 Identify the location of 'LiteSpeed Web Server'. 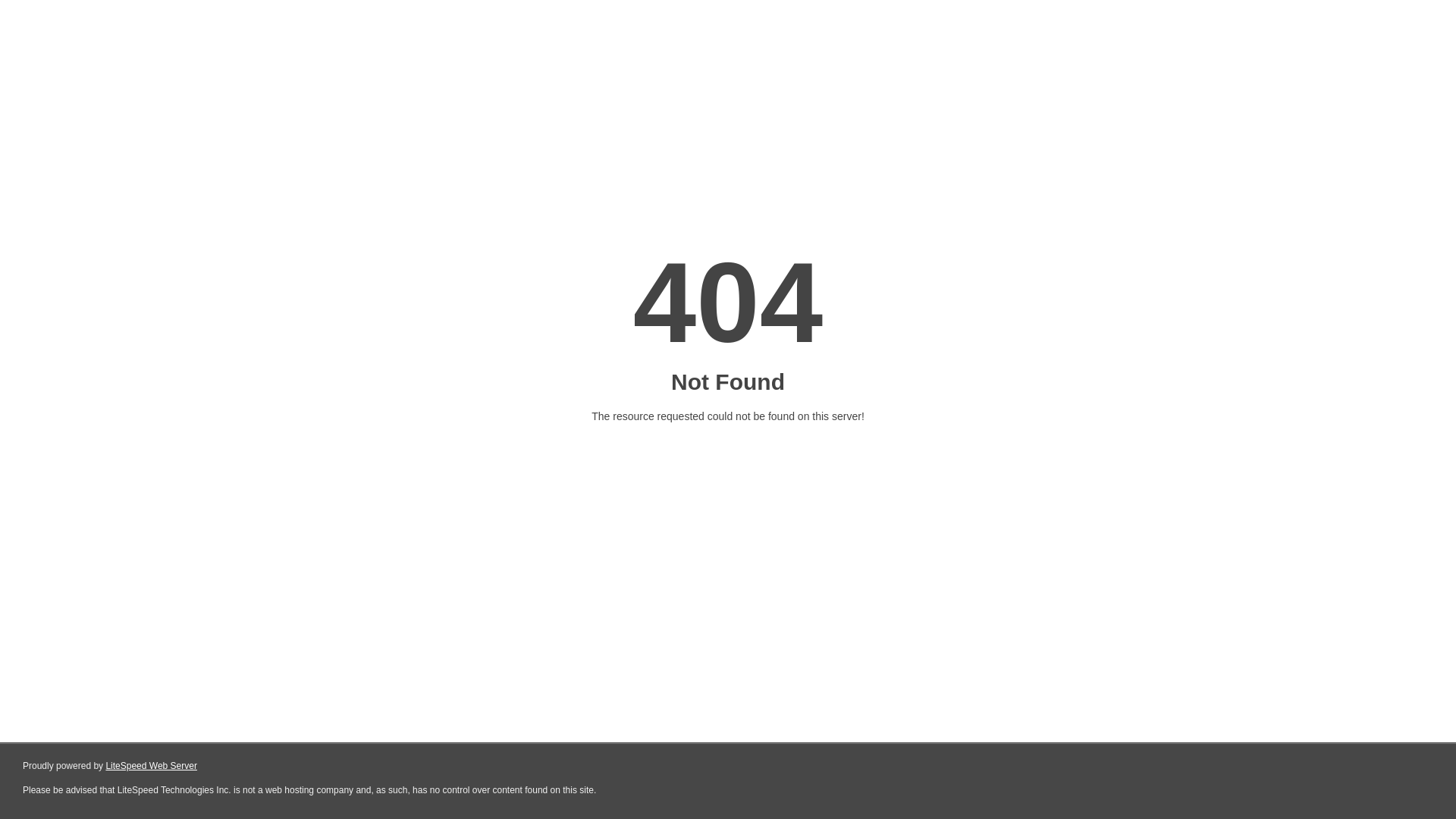
(151, 766).